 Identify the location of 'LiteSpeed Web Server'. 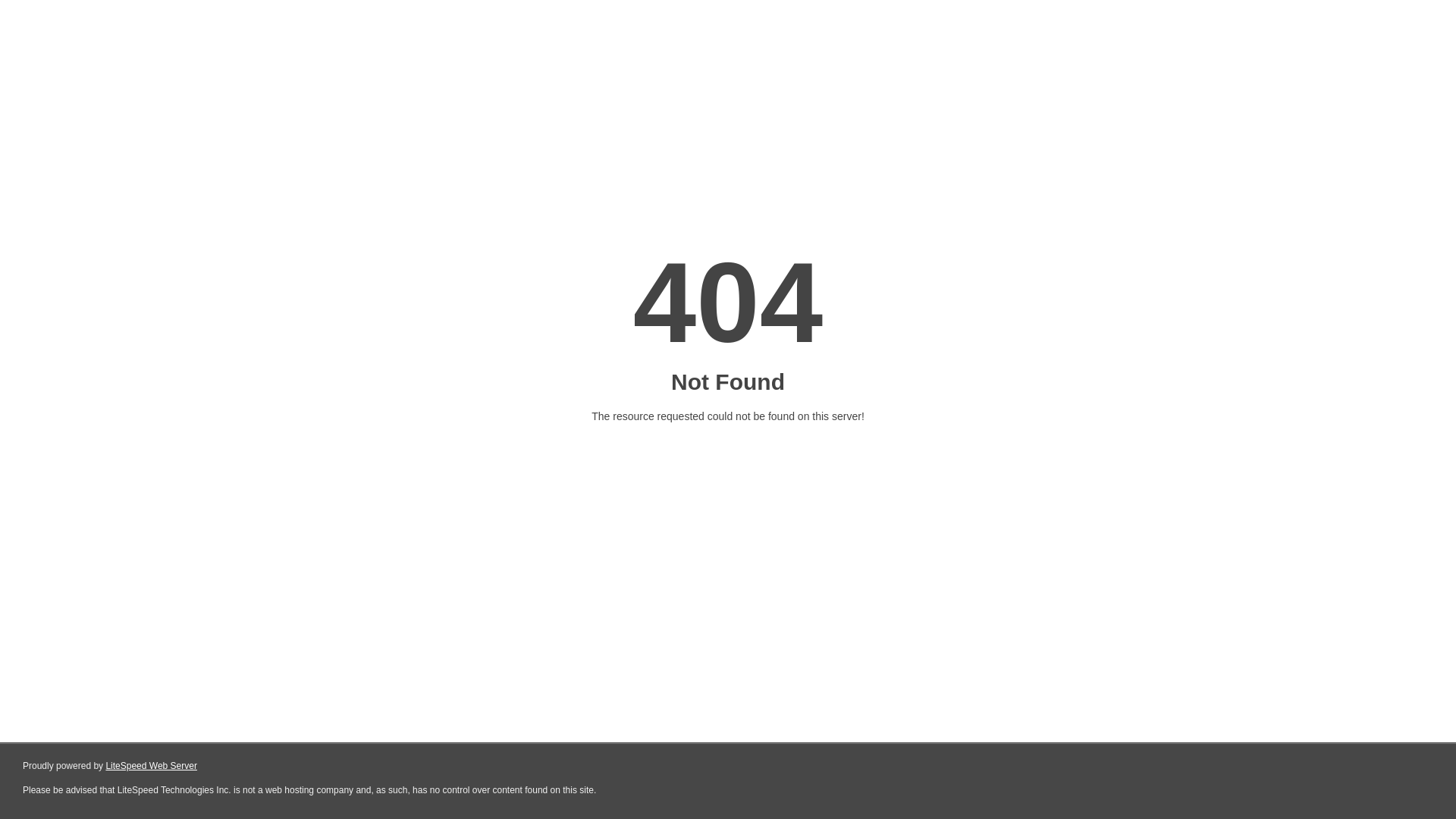
(151, 766).